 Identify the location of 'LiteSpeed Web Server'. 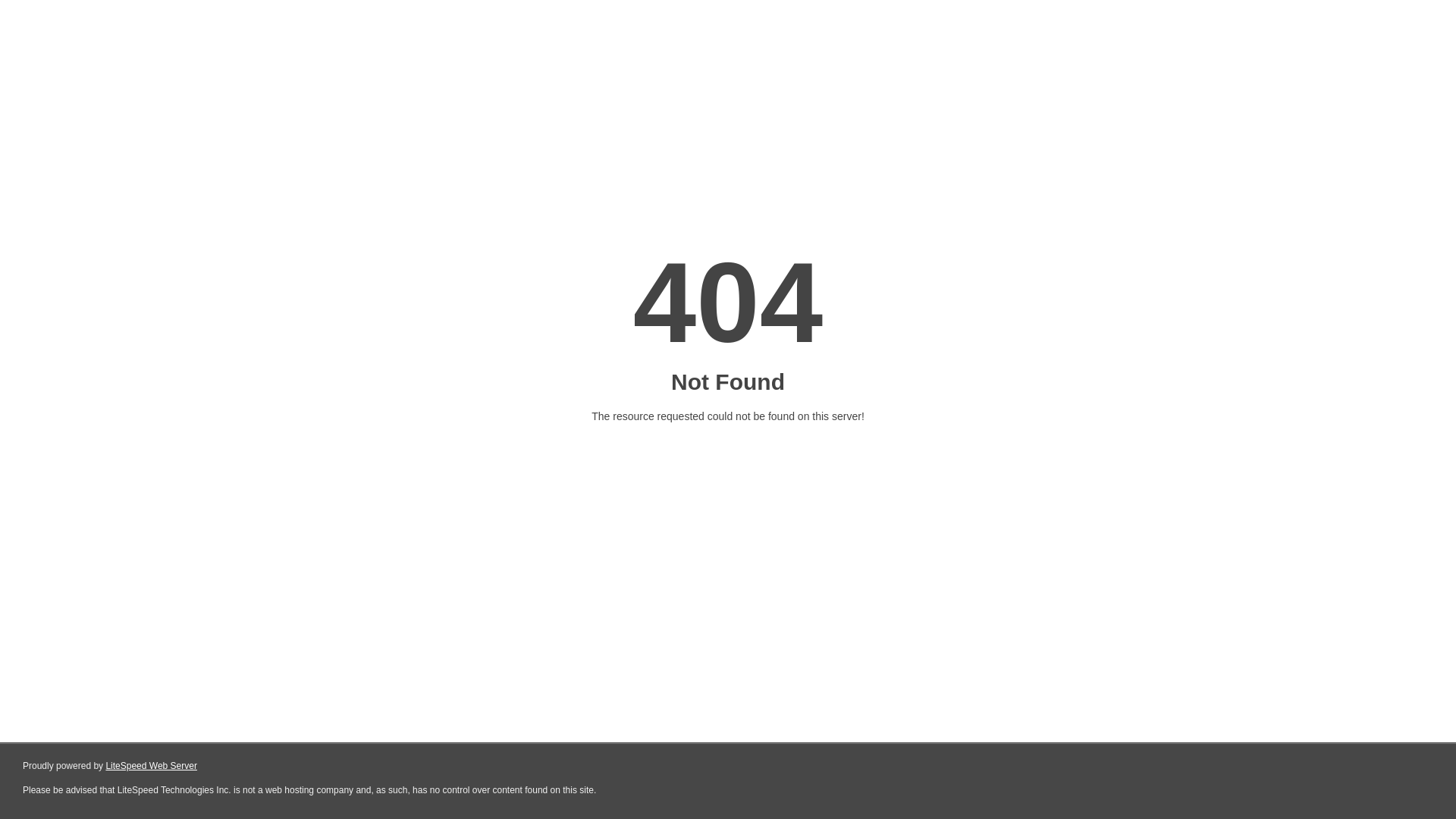
(151, 766).